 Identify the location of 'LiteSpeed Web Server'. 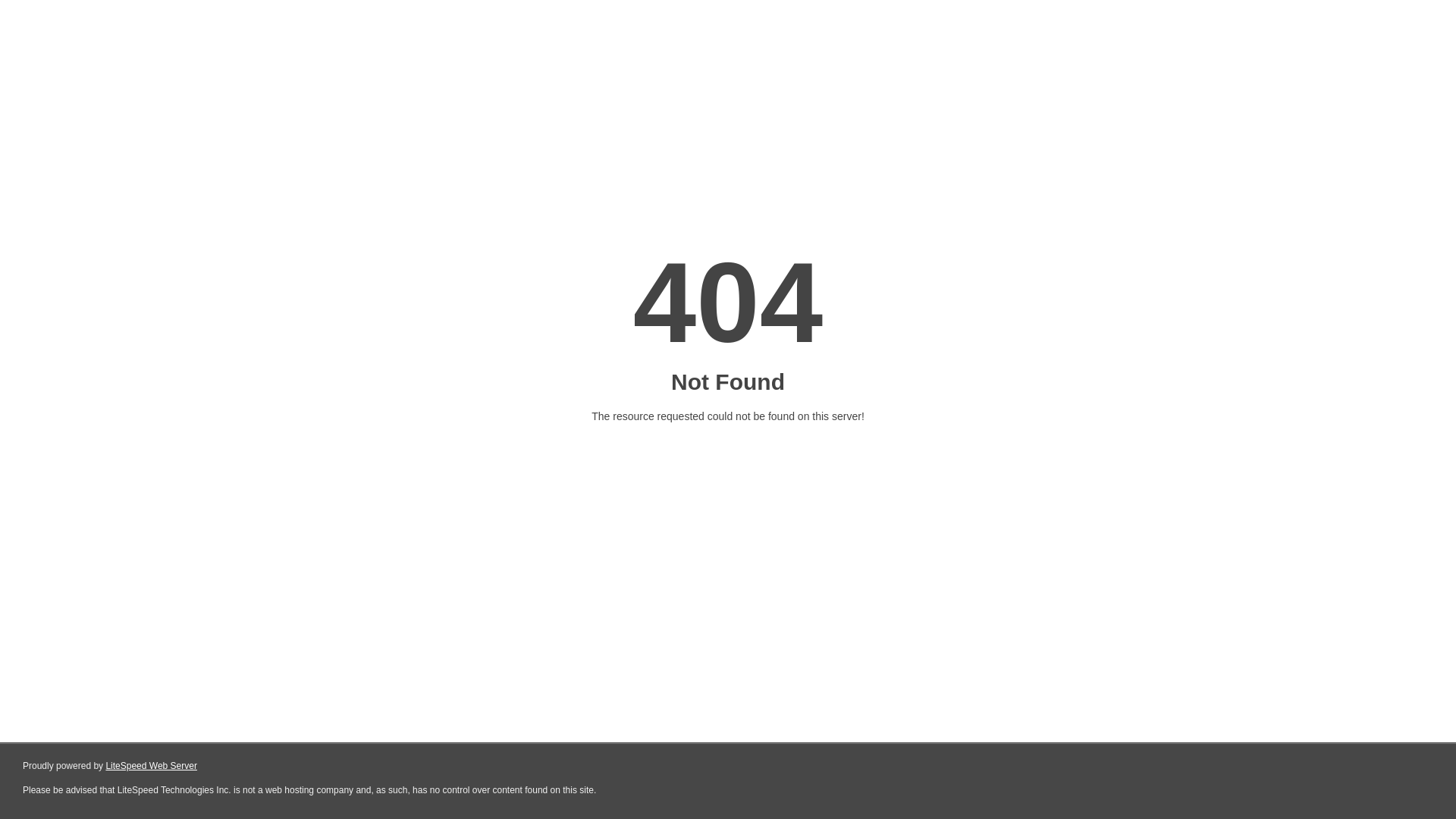
(151, 766).